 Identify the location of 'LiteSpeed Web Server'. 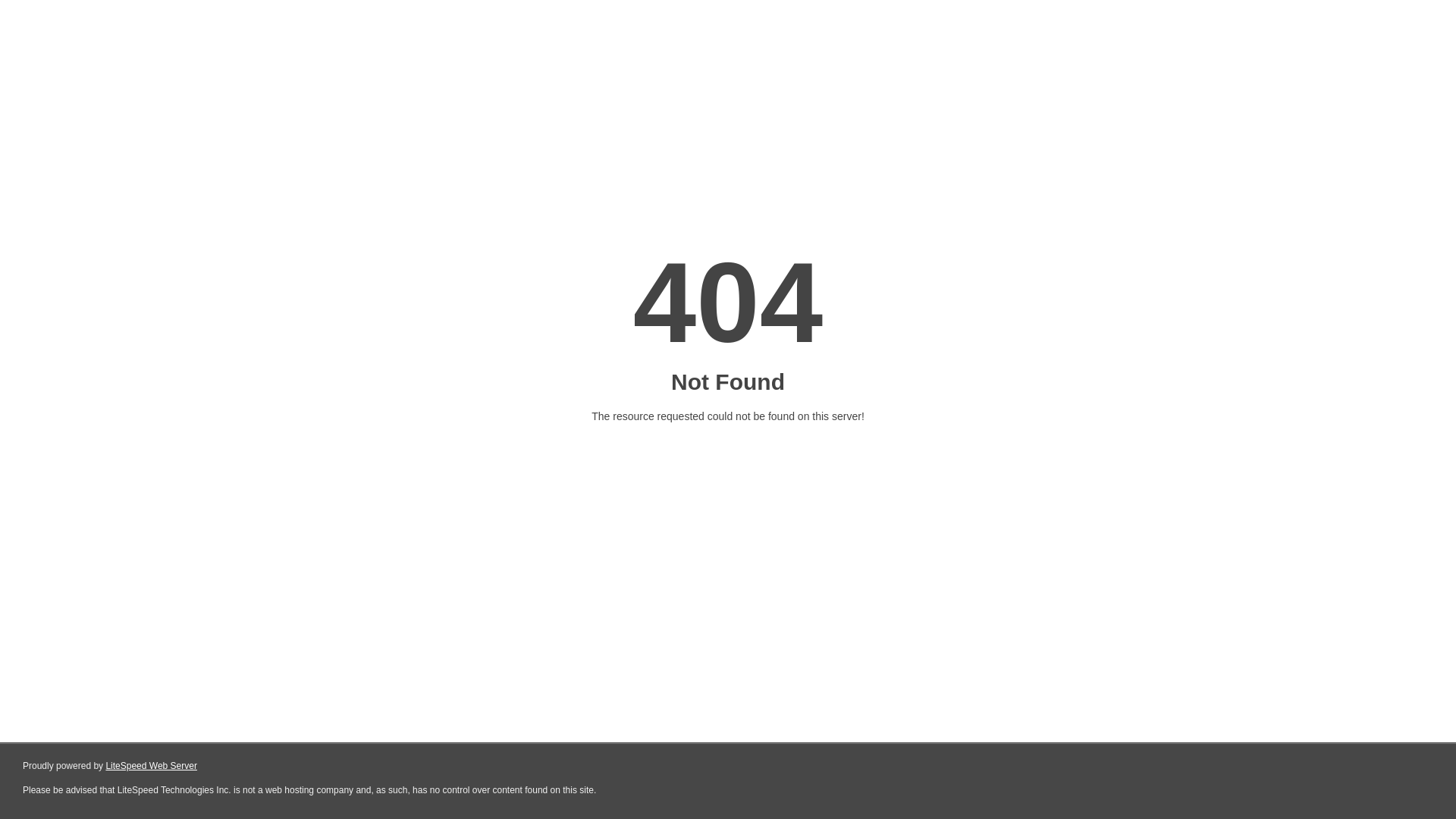
(151, 766).